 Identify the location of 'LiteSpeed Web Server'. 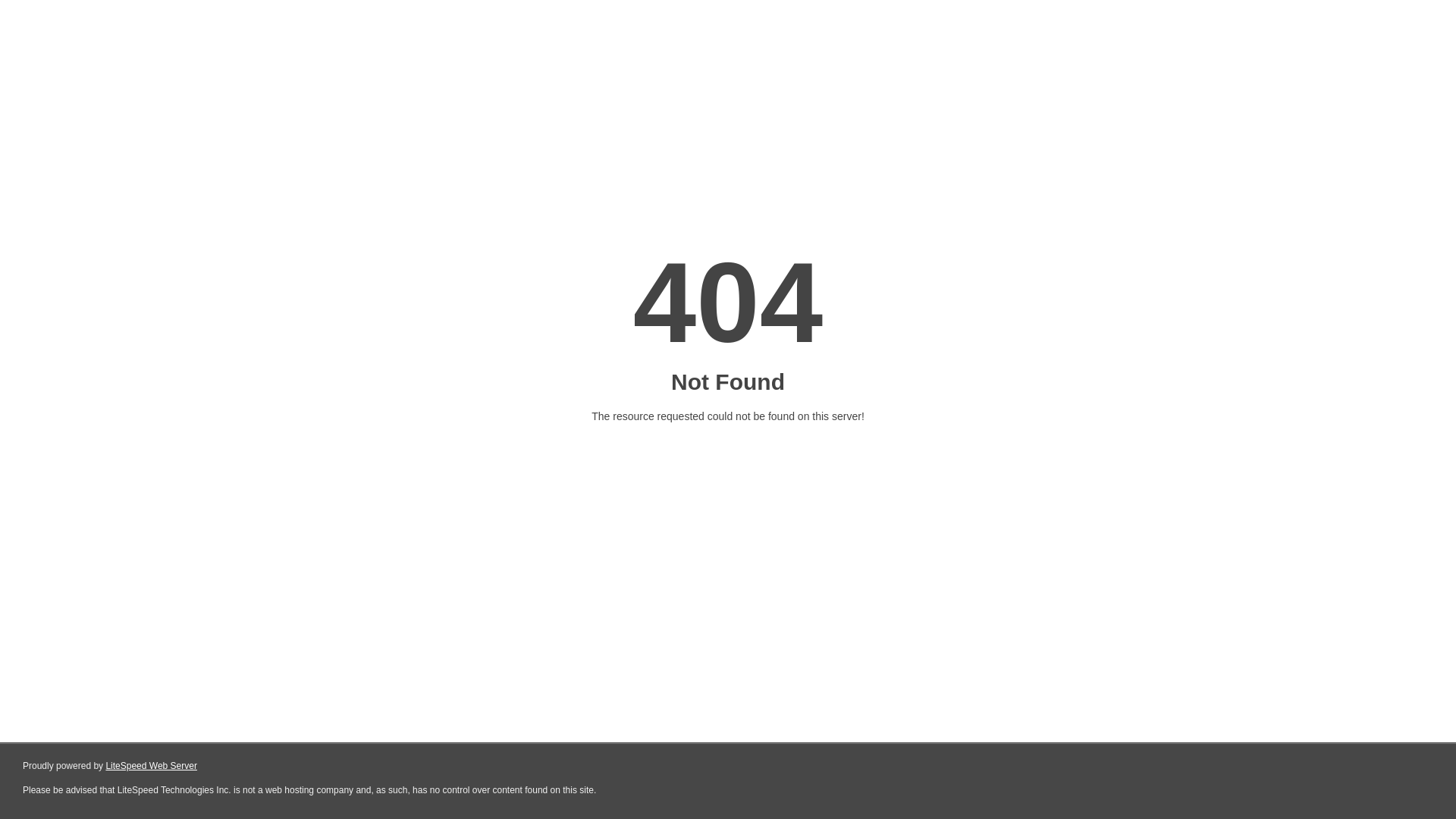
(151, 766).